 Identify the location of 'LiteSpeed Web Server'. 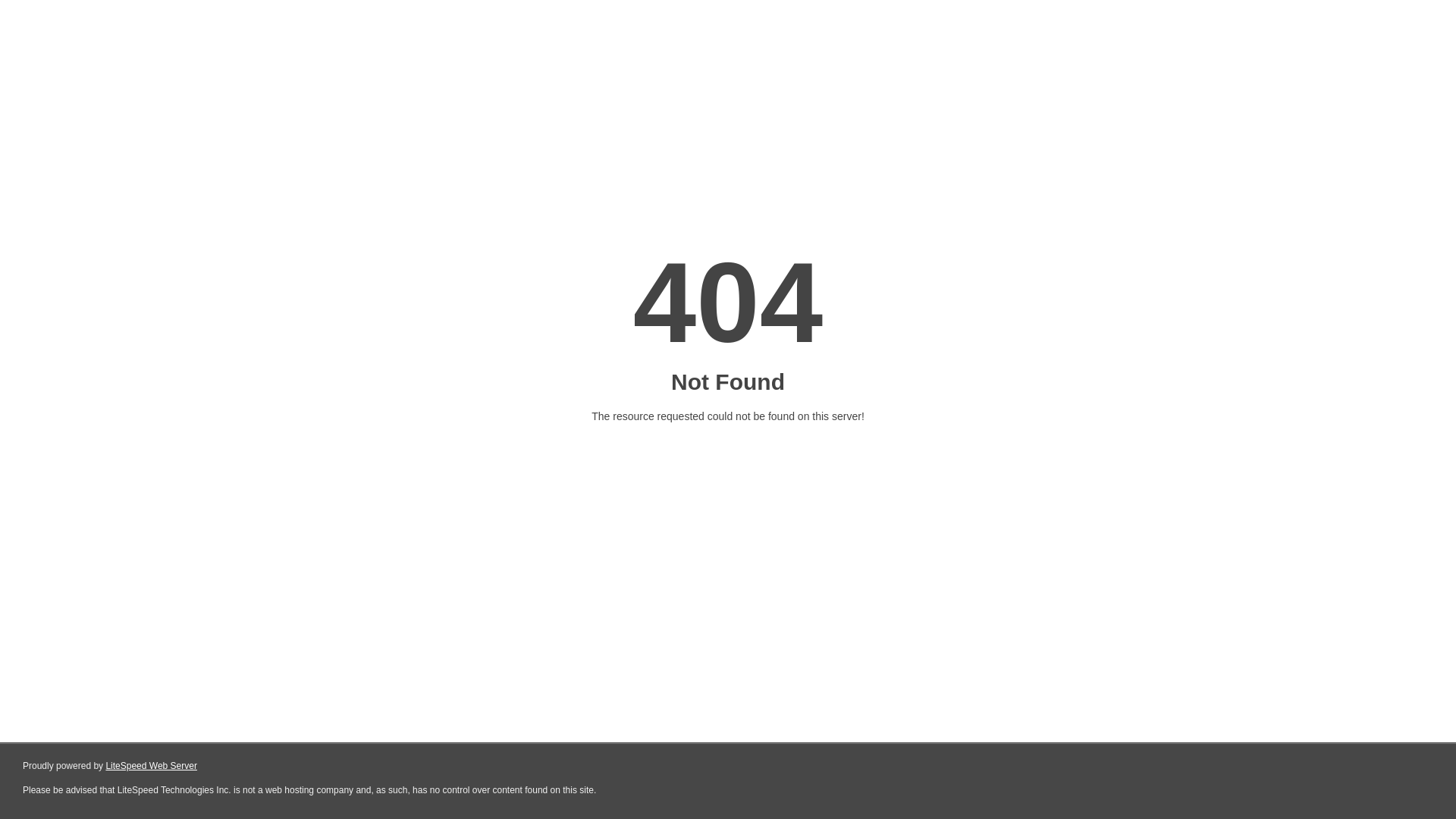
(151, 766).